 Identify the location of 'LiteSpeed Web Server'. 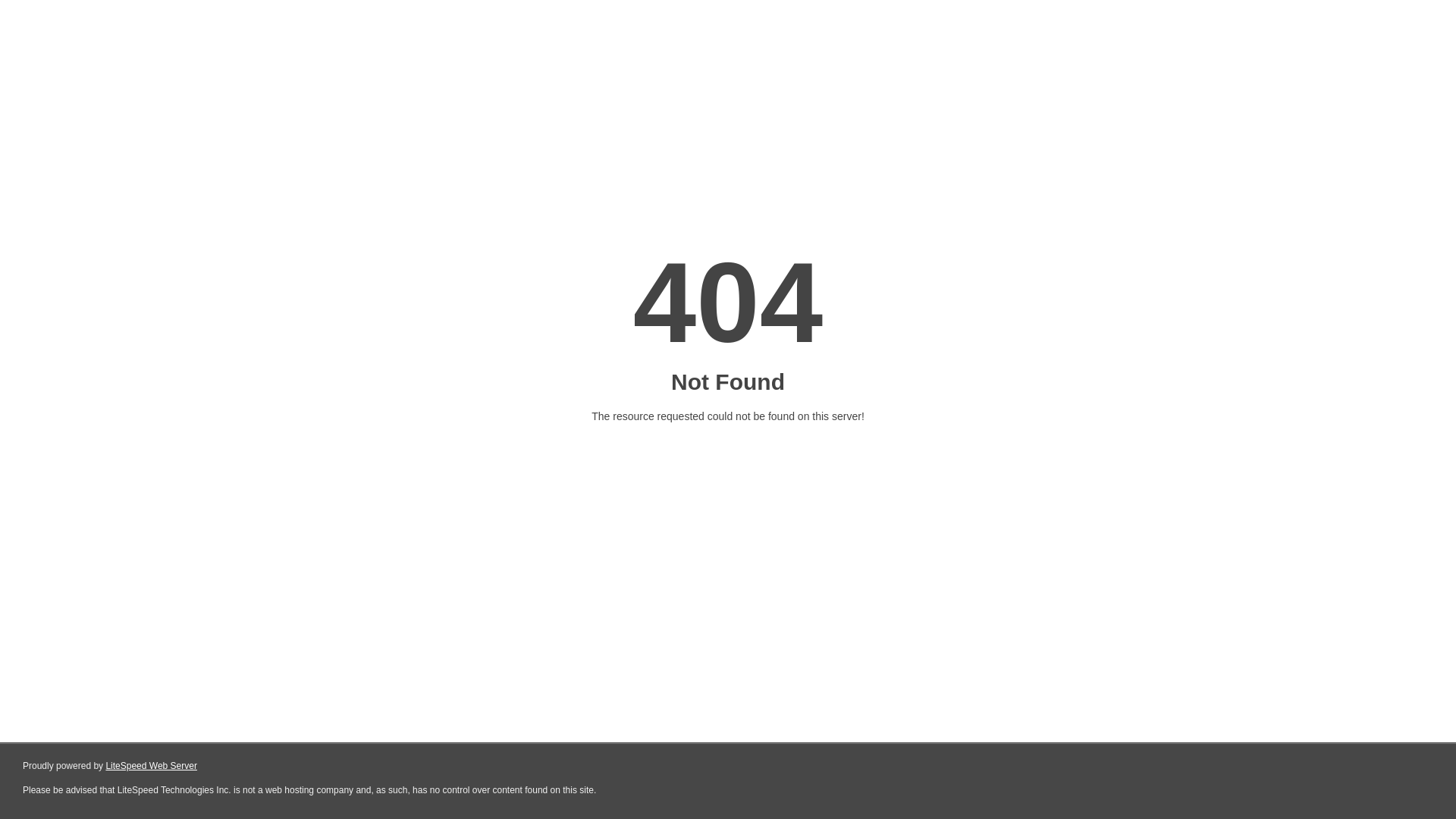
(151, 766).